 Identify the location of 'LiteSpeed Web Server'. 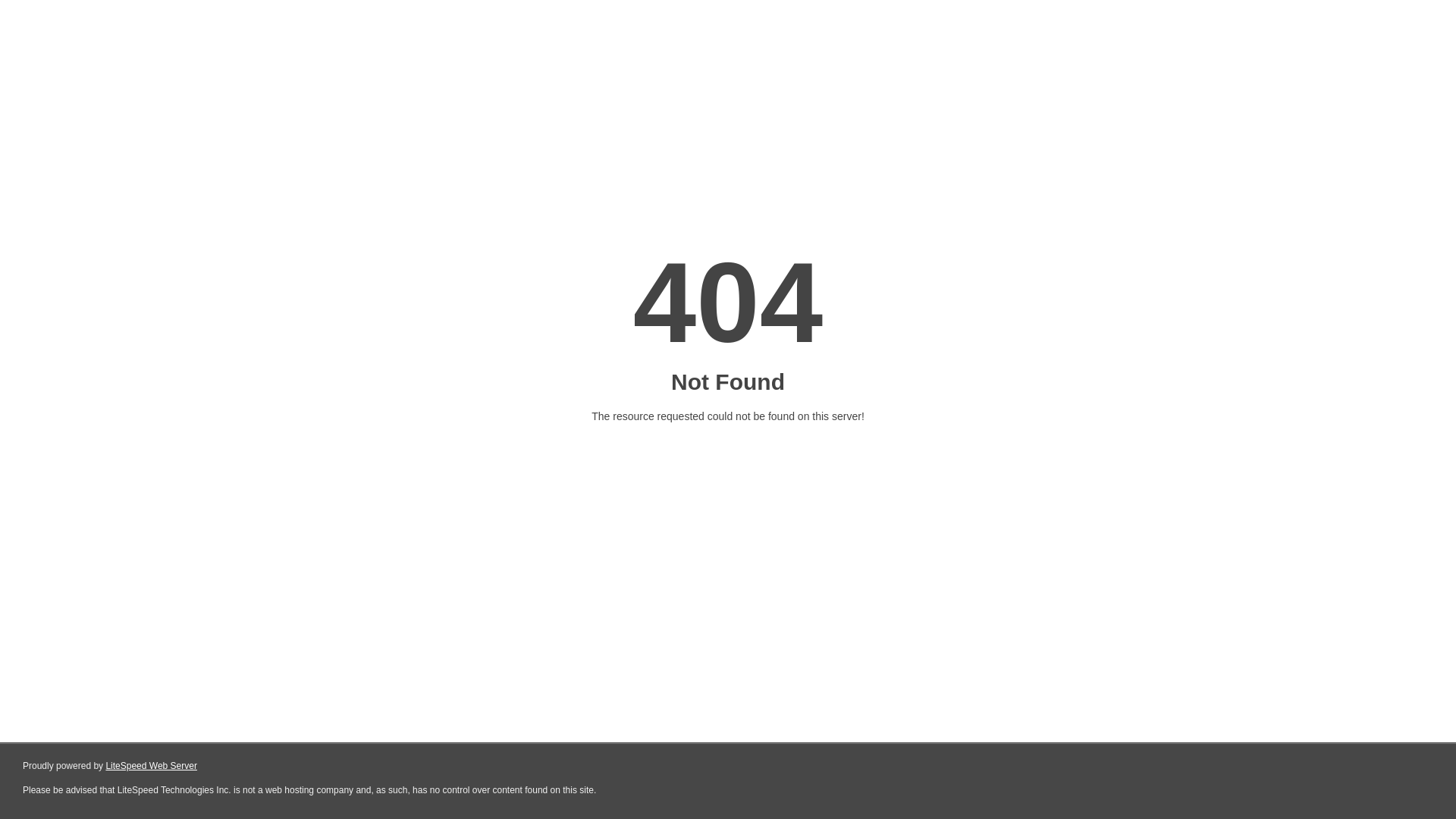
(151, 766).